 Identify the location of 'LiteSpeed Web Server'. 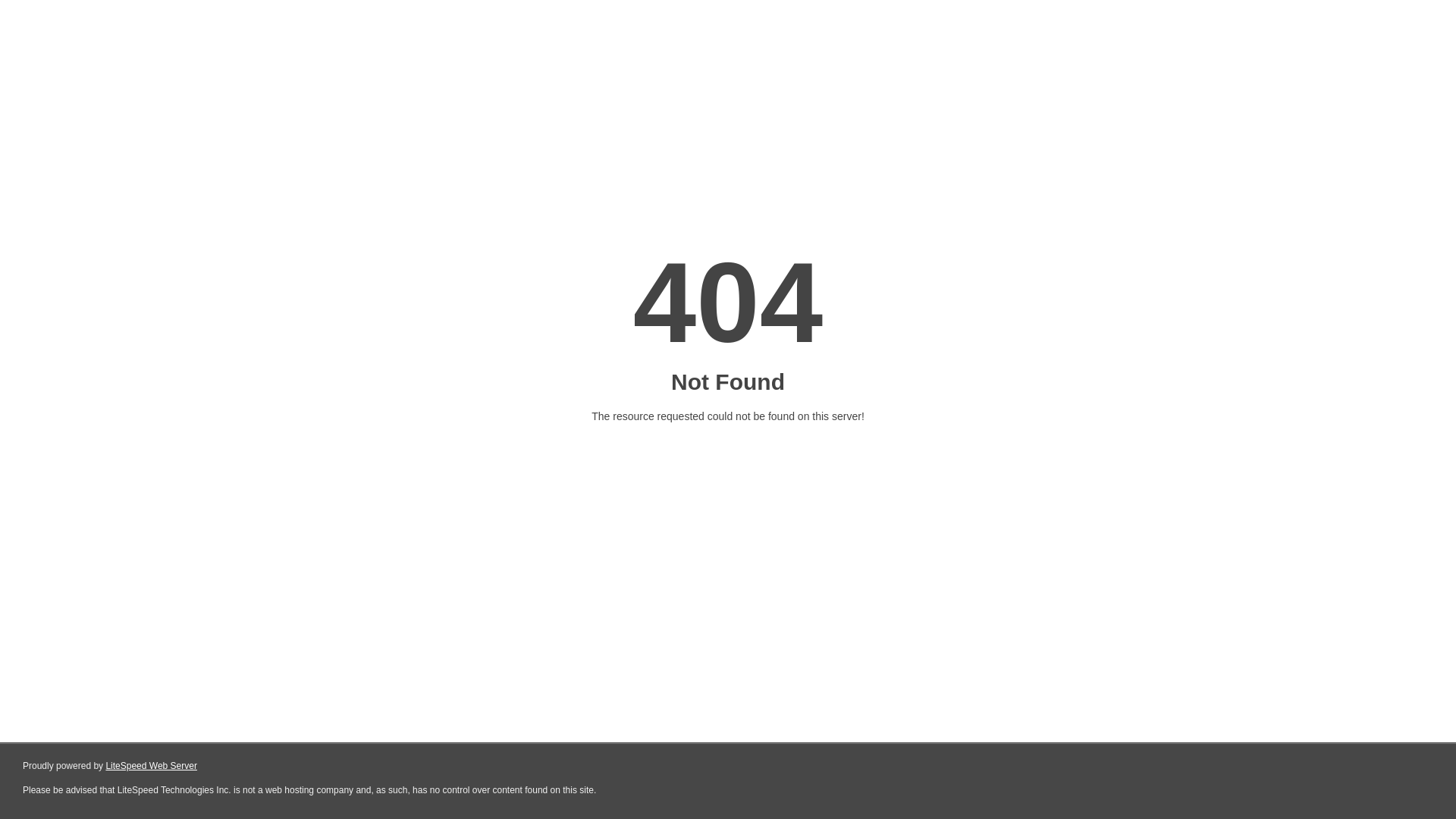
(151, 766).